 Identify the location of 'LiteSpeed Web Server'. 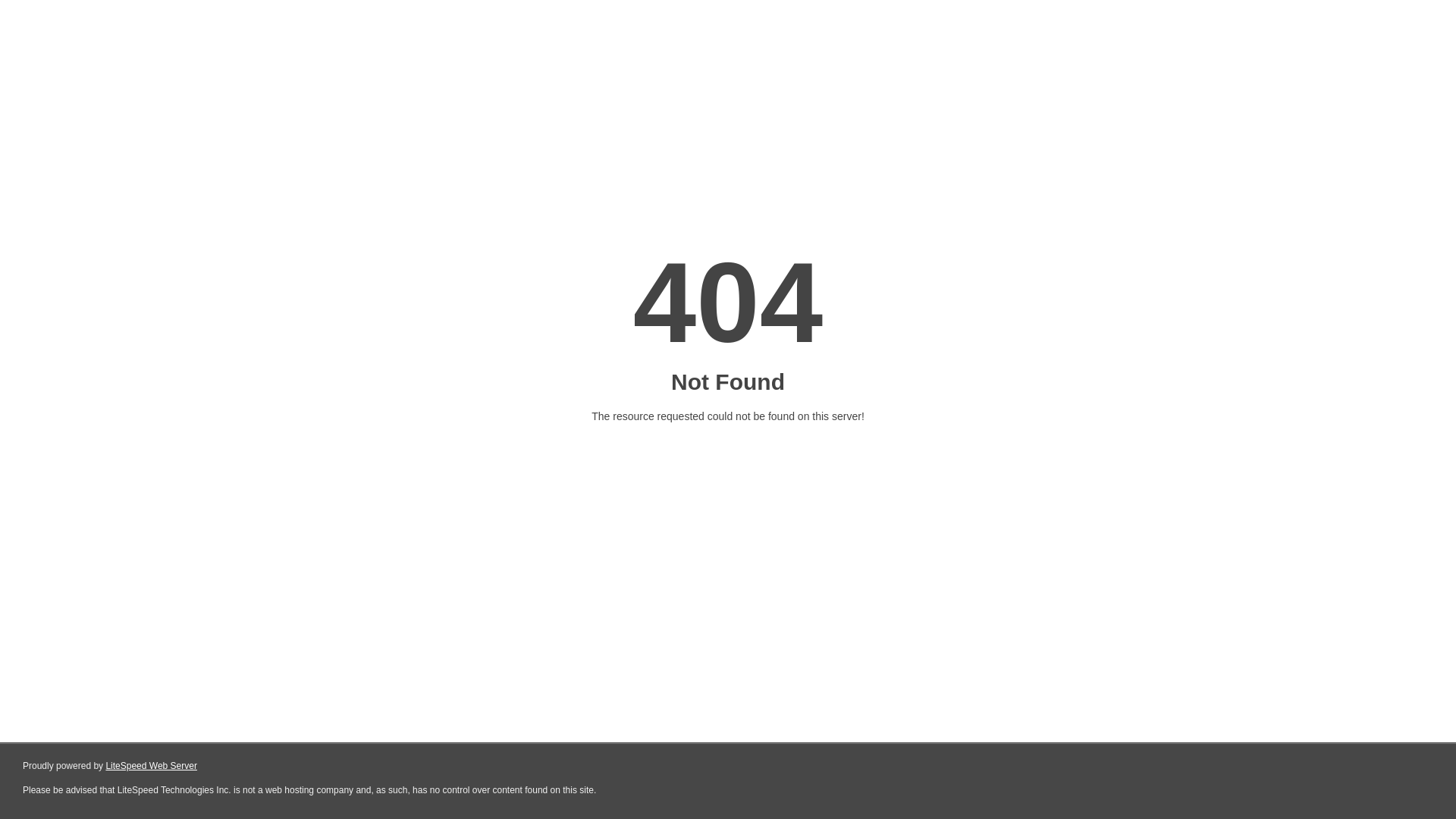
(151, 766).